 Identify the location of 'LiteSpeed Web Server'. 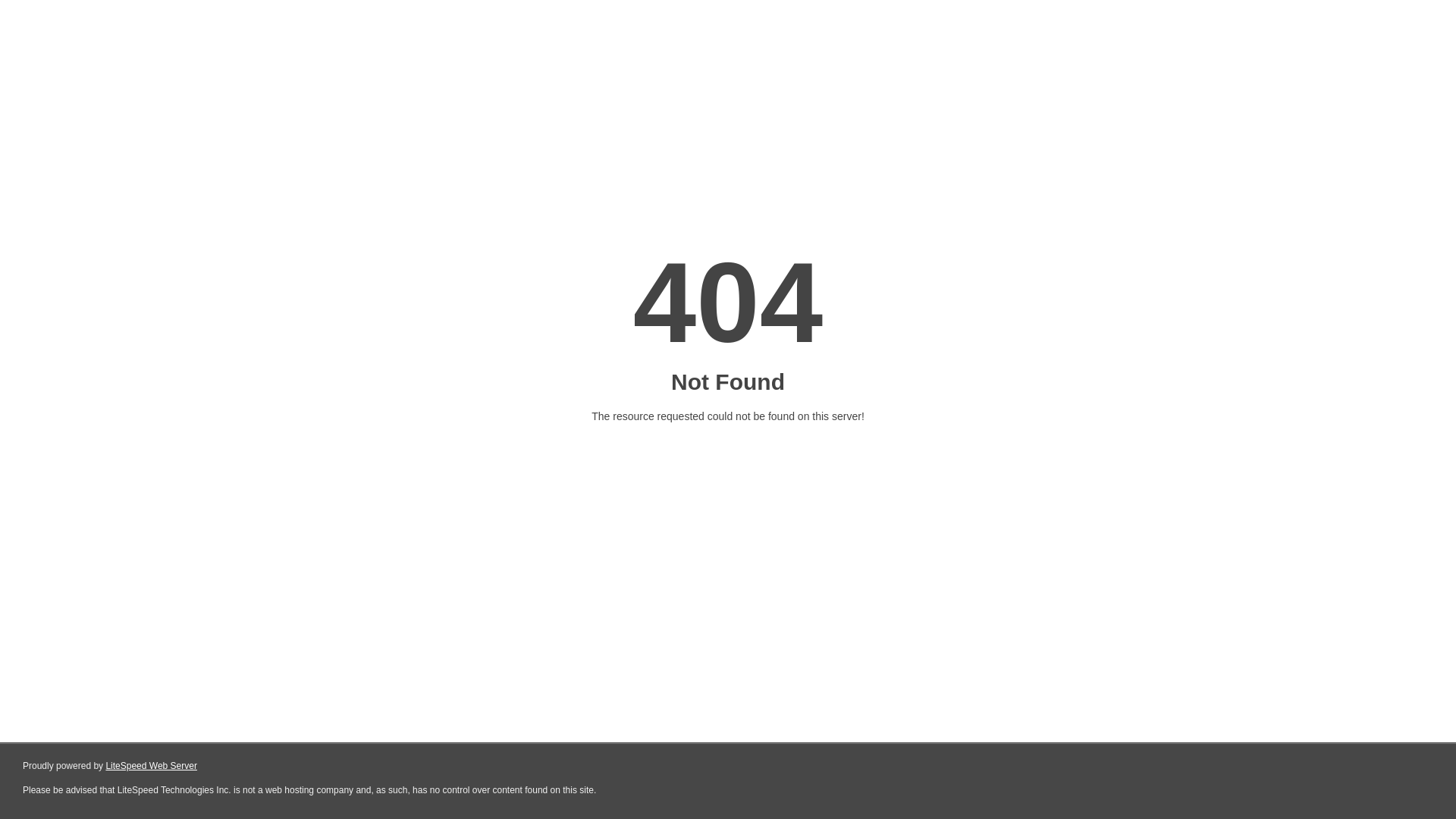
(151, 766).